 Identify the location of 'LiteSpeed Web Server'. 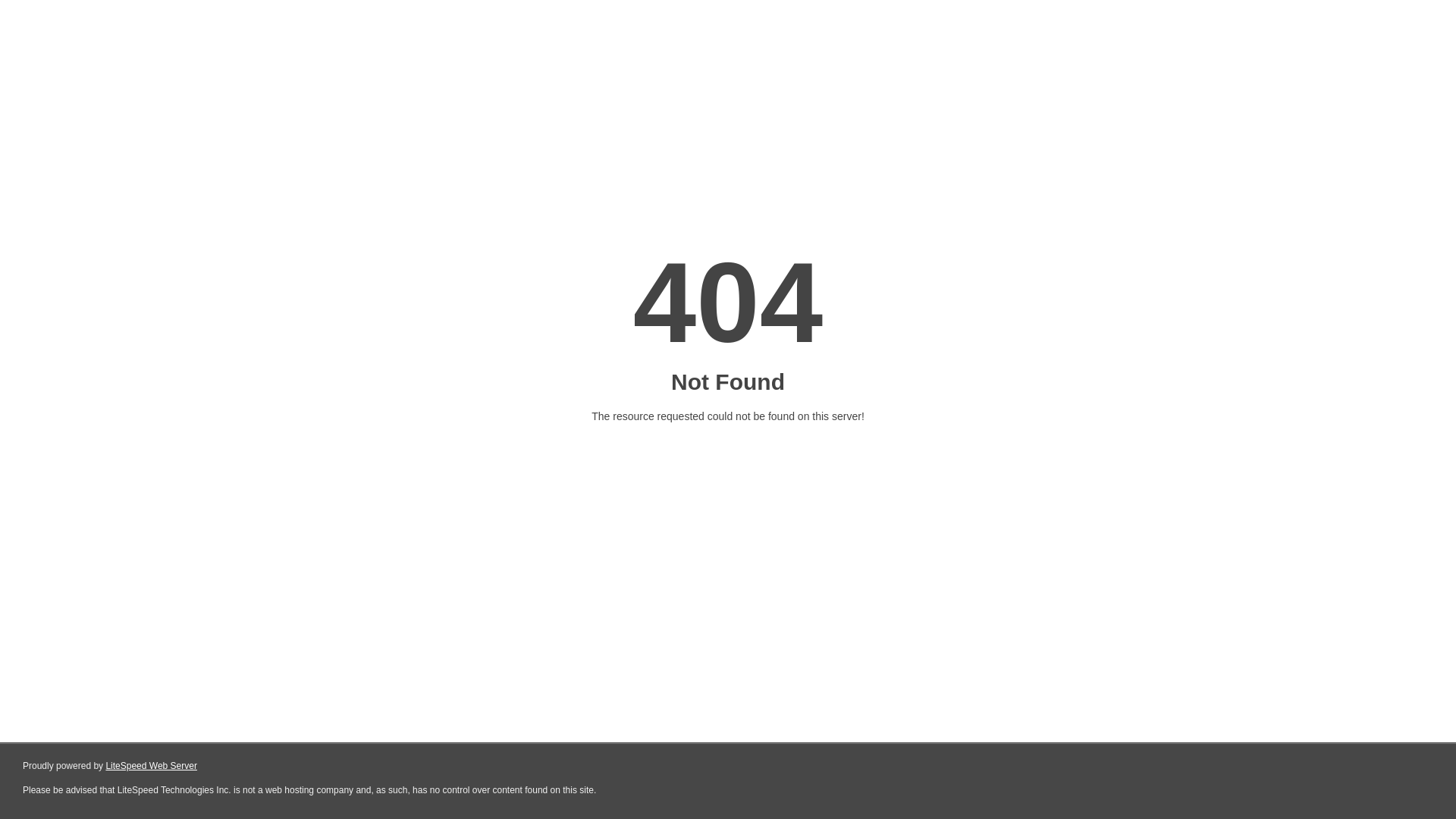
(151, 766).